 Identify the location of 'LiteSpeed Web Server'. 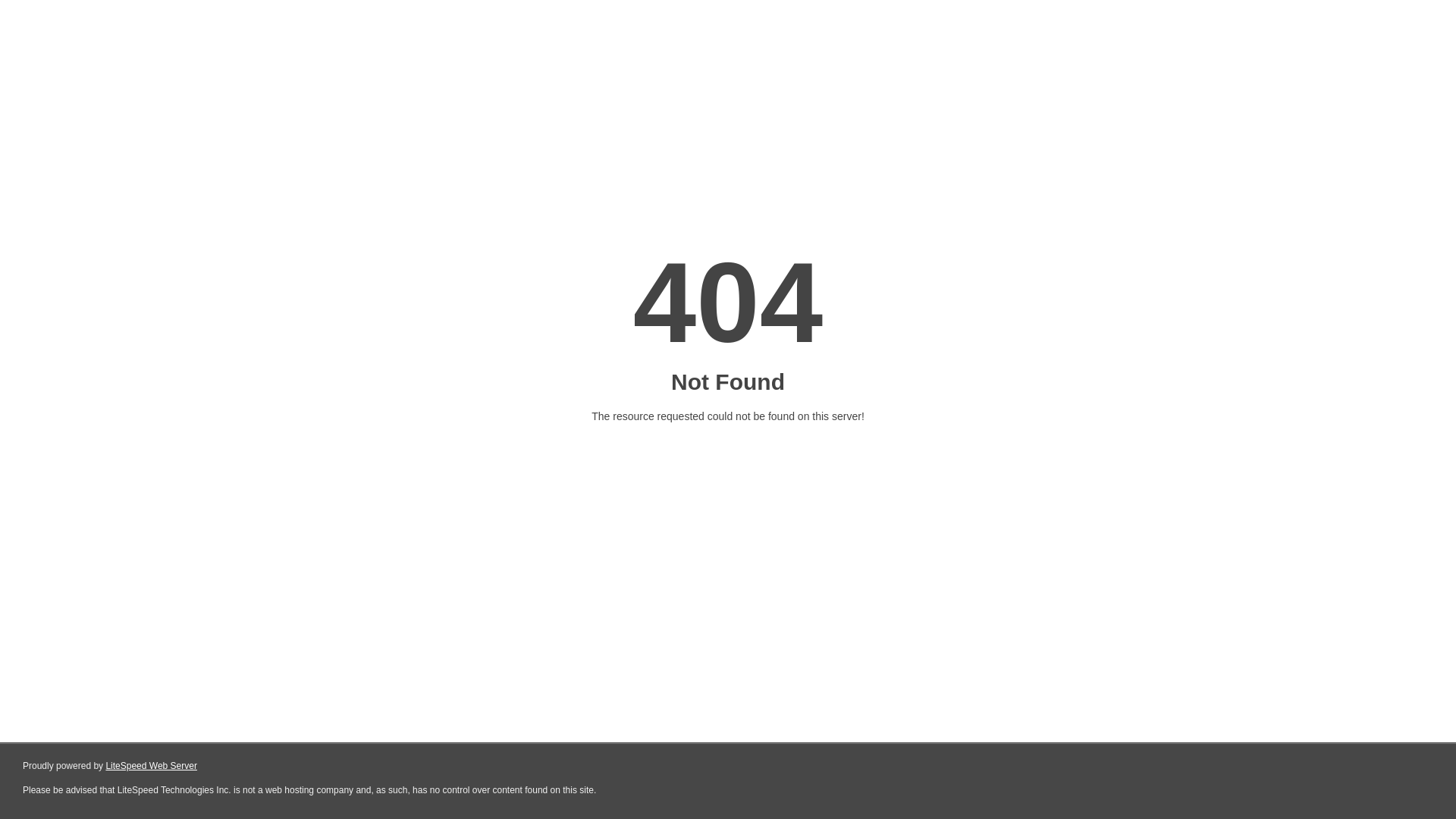
(151, 766).